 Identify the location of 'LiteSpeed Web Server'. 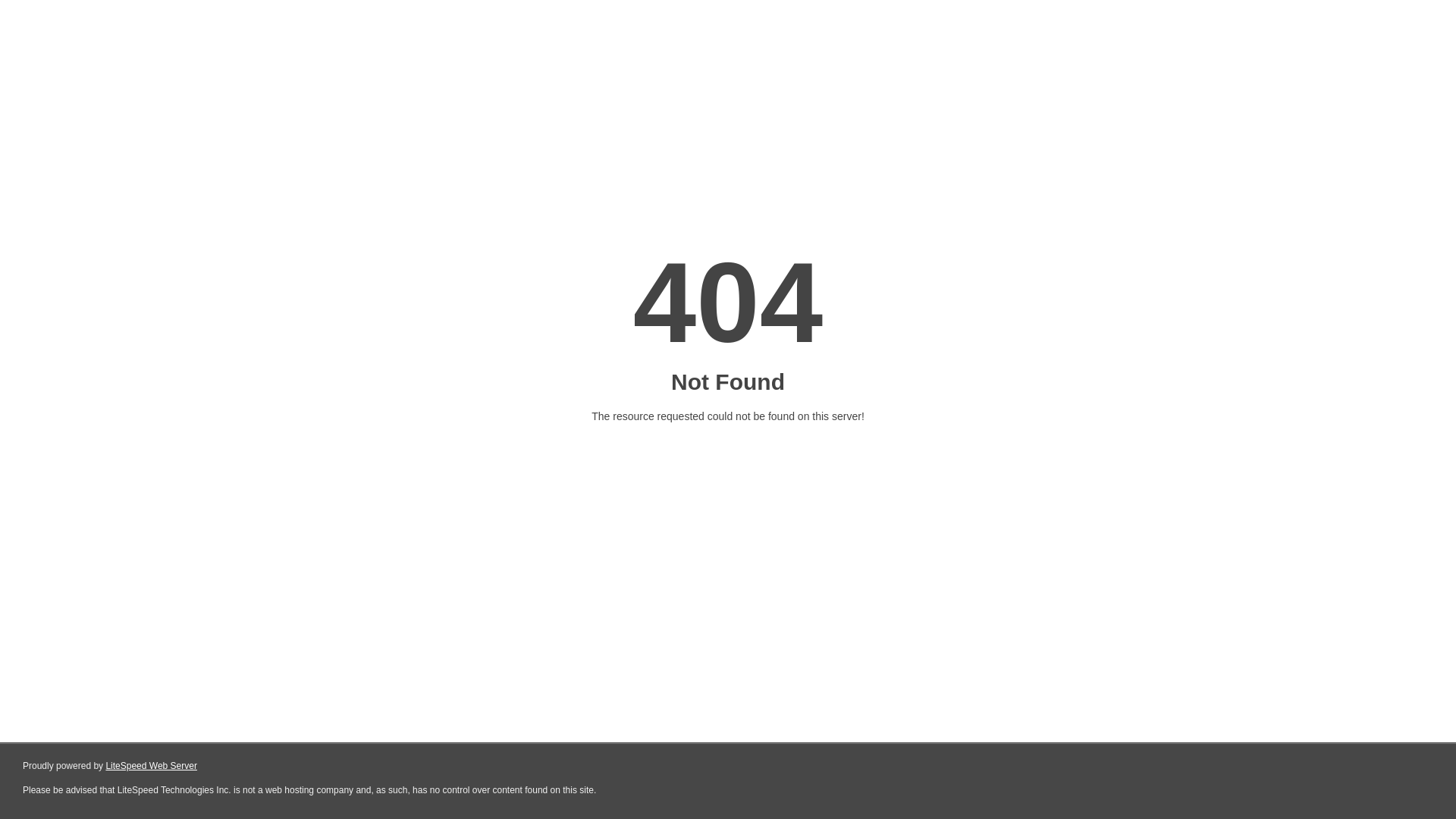
(151, 766).